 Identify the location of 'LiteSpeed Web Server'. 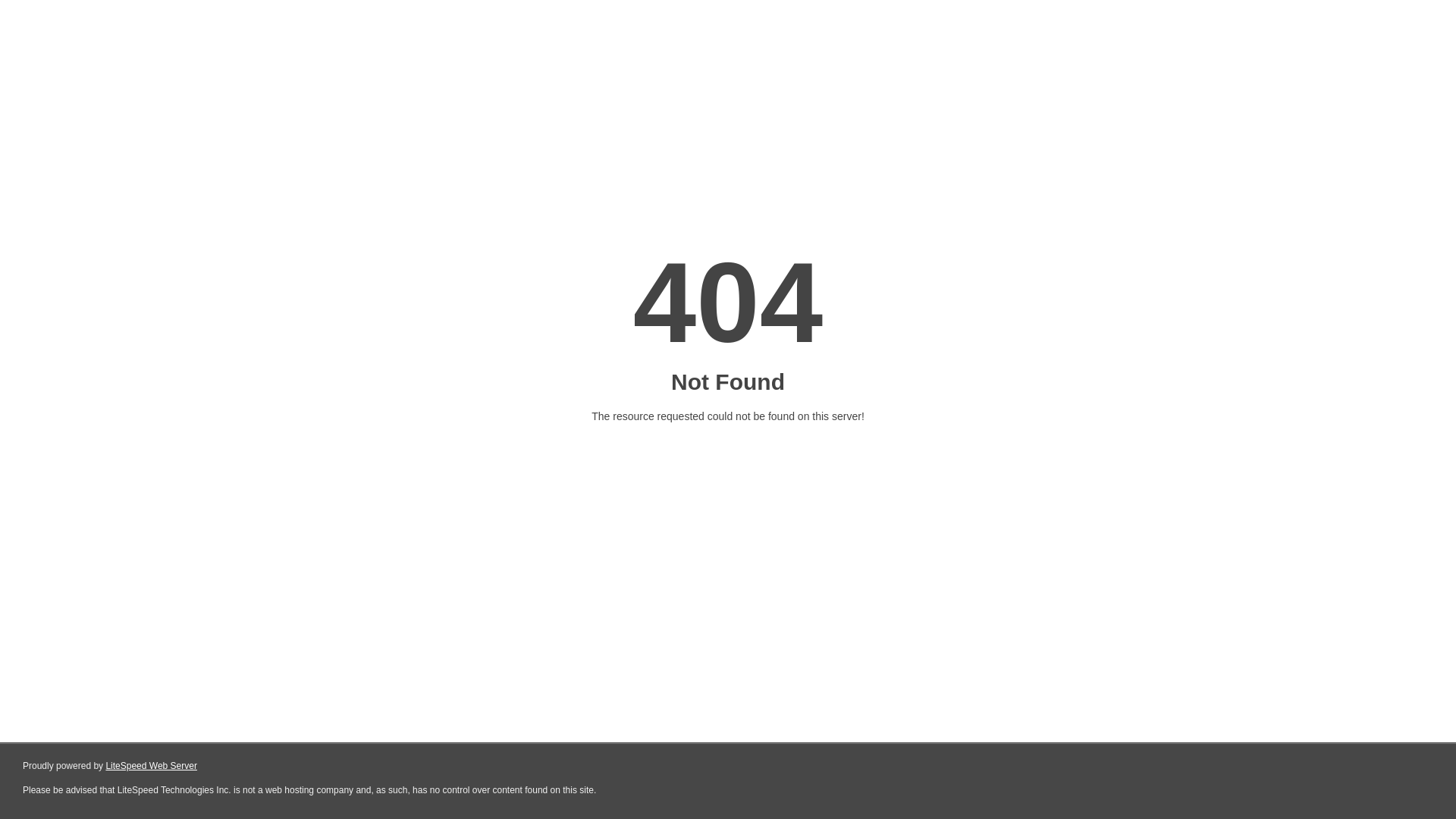
(151, 766).